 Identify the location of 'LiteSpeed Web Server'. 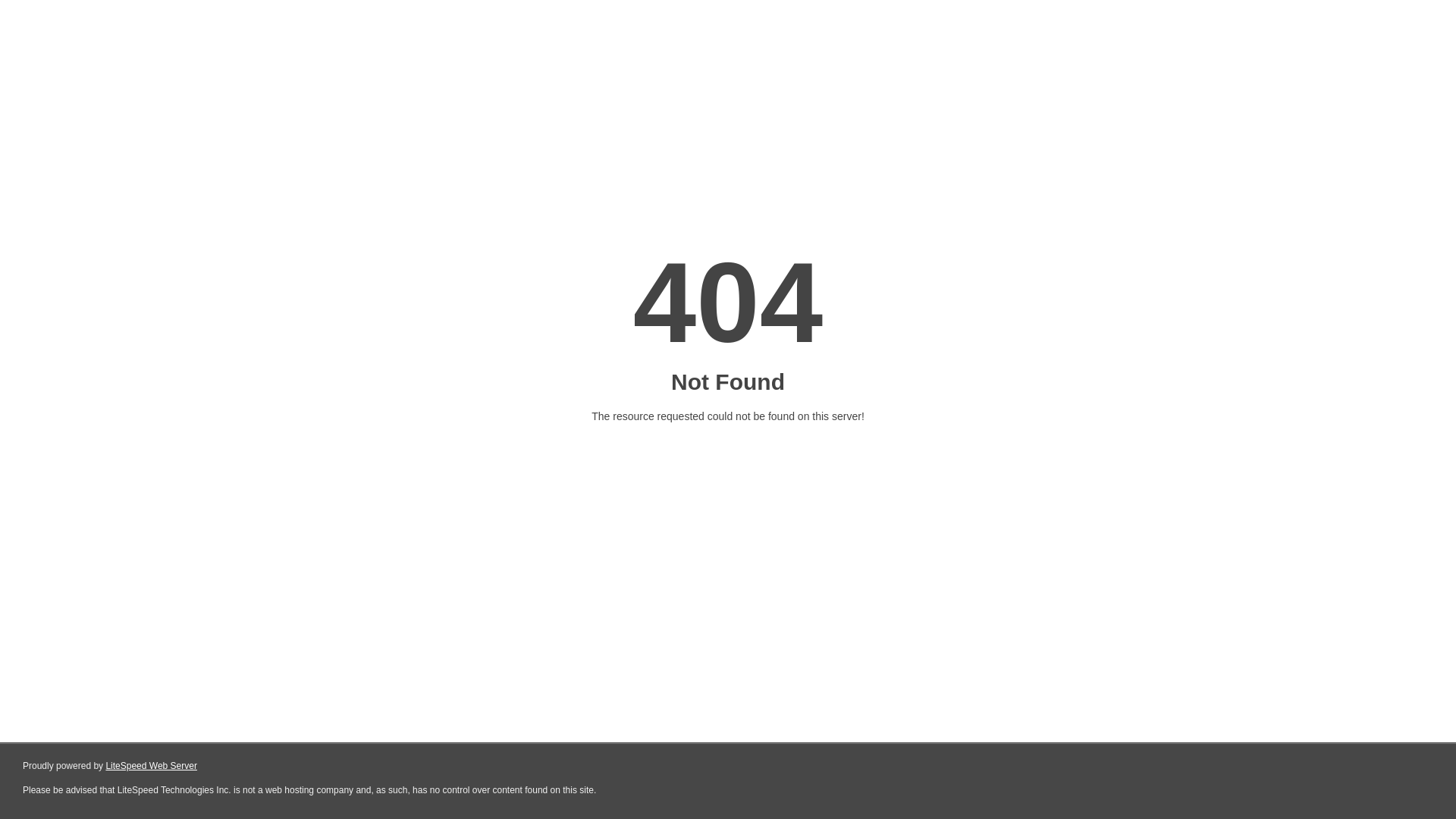
(151, 766).